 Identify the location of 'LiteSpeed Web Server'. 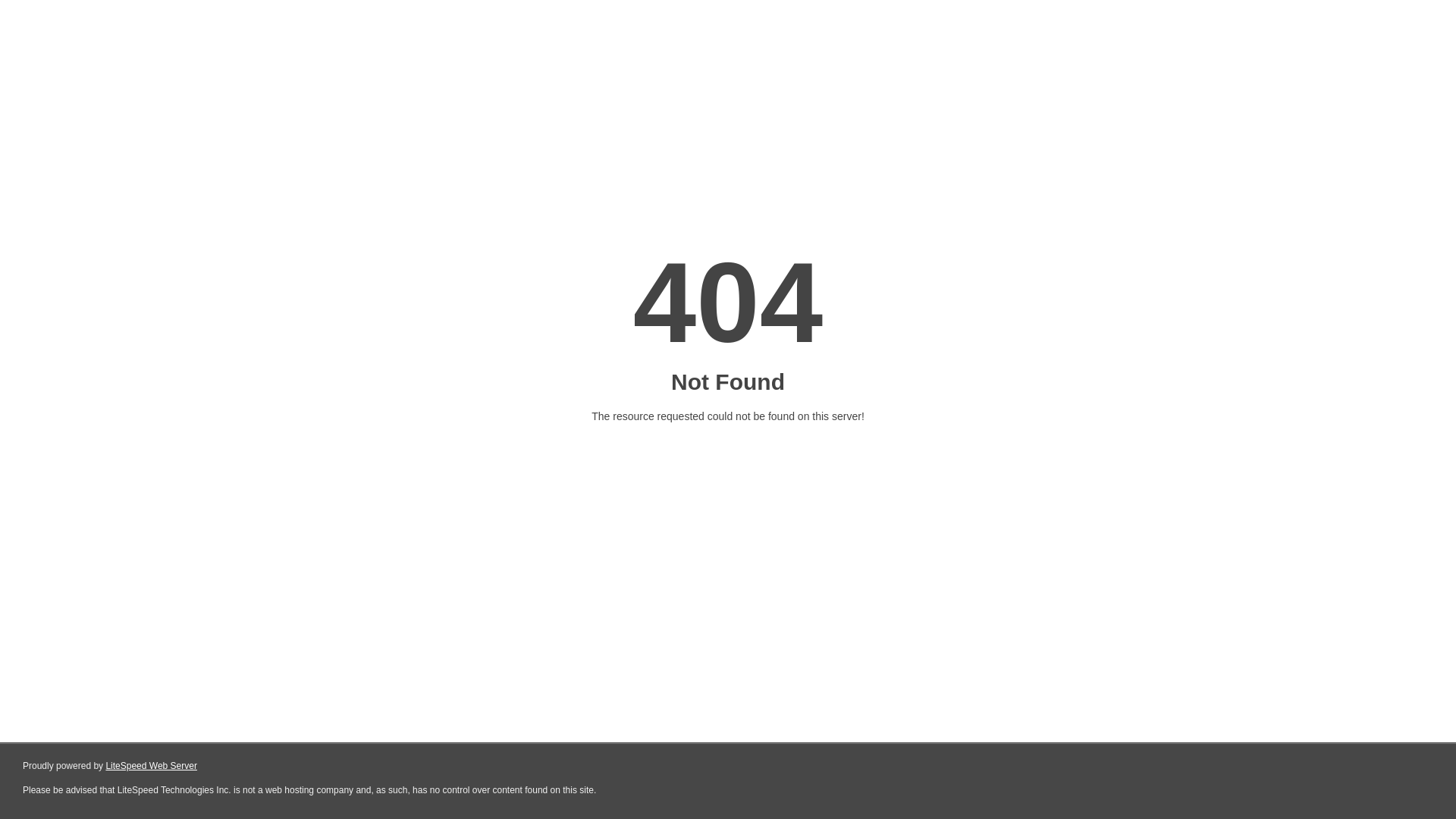
(151, 766).